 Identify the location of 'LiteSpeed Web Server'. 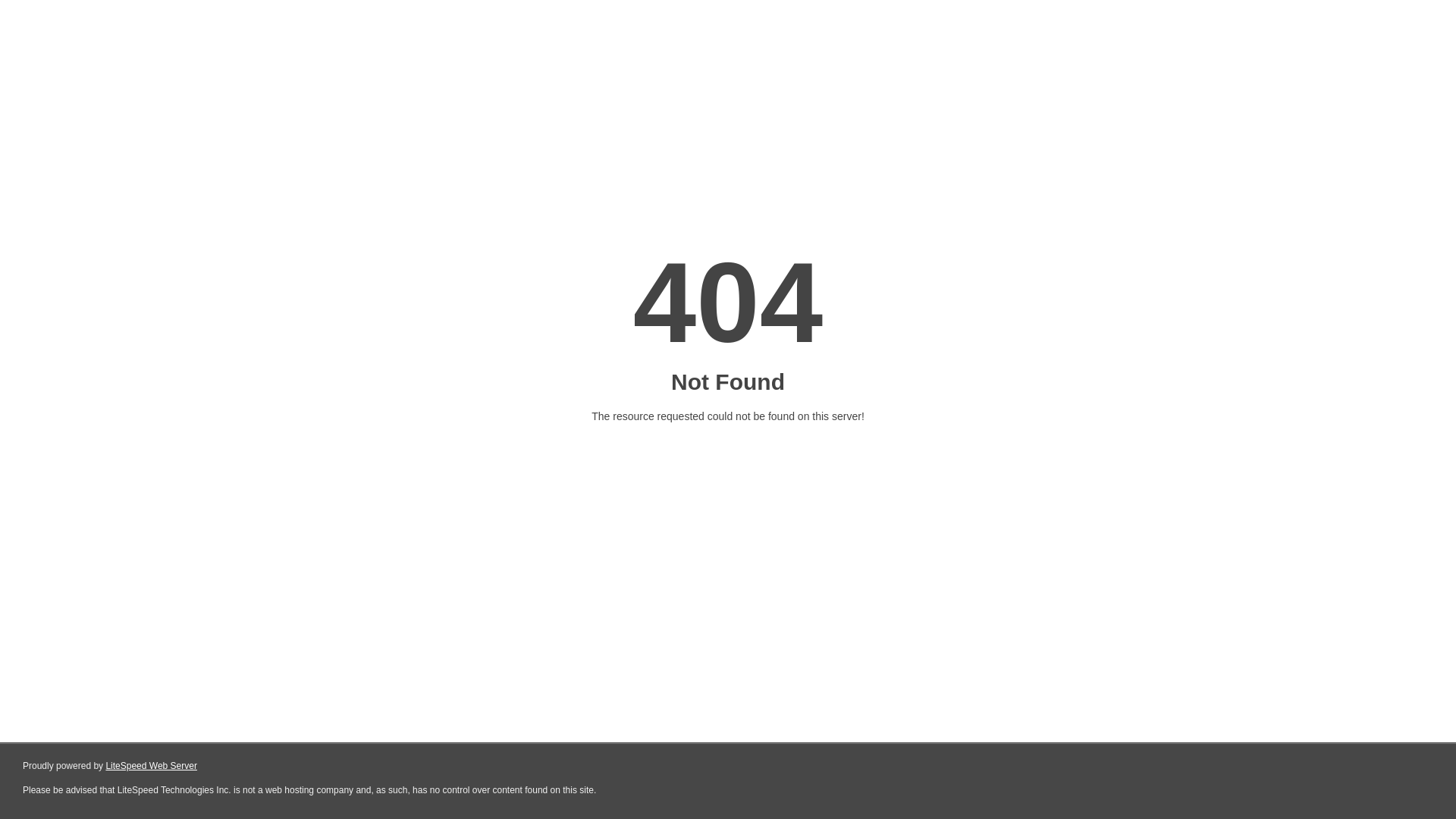
(151, 766).